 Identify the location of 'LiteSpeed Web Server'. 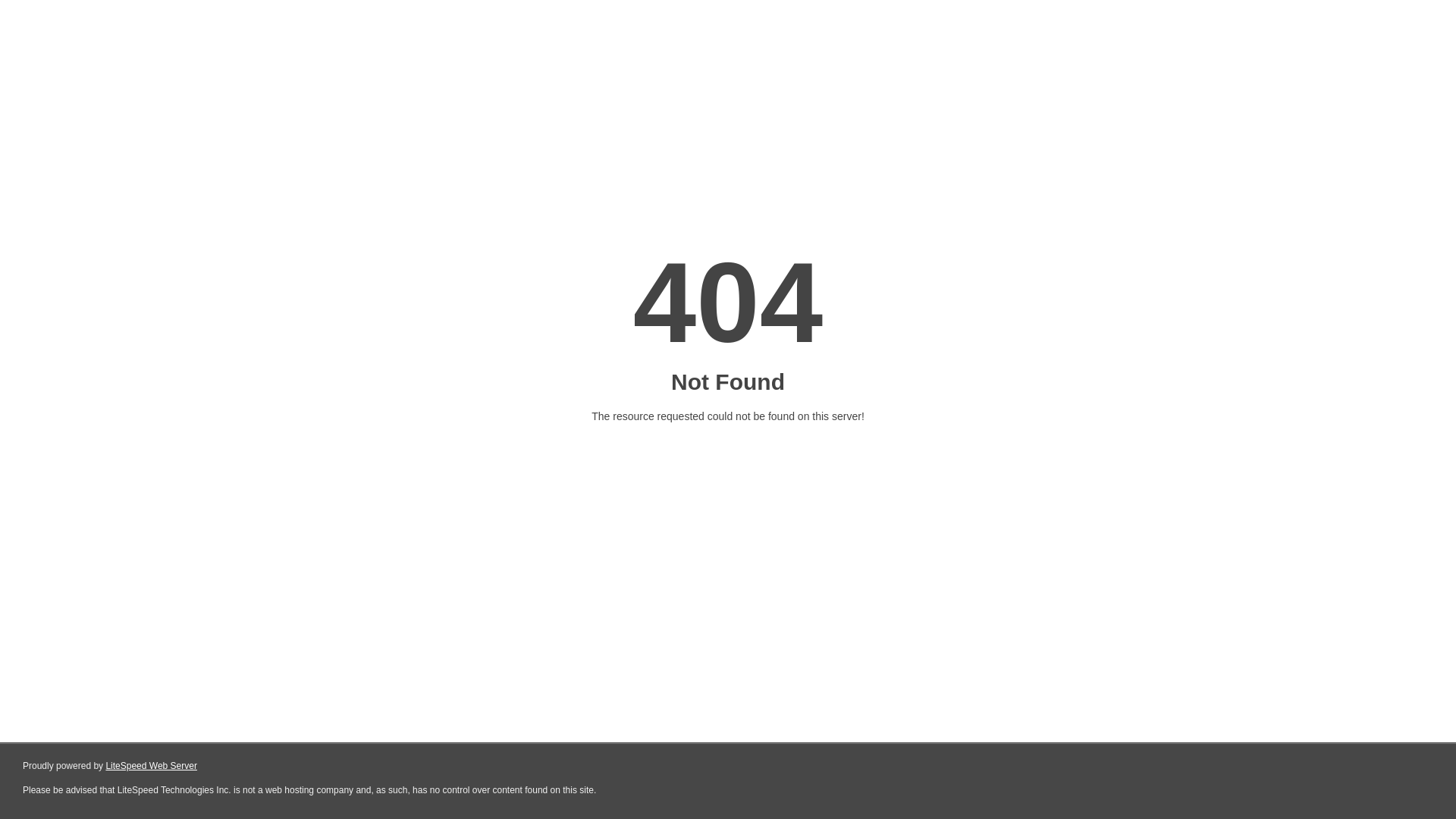
(151, 766).